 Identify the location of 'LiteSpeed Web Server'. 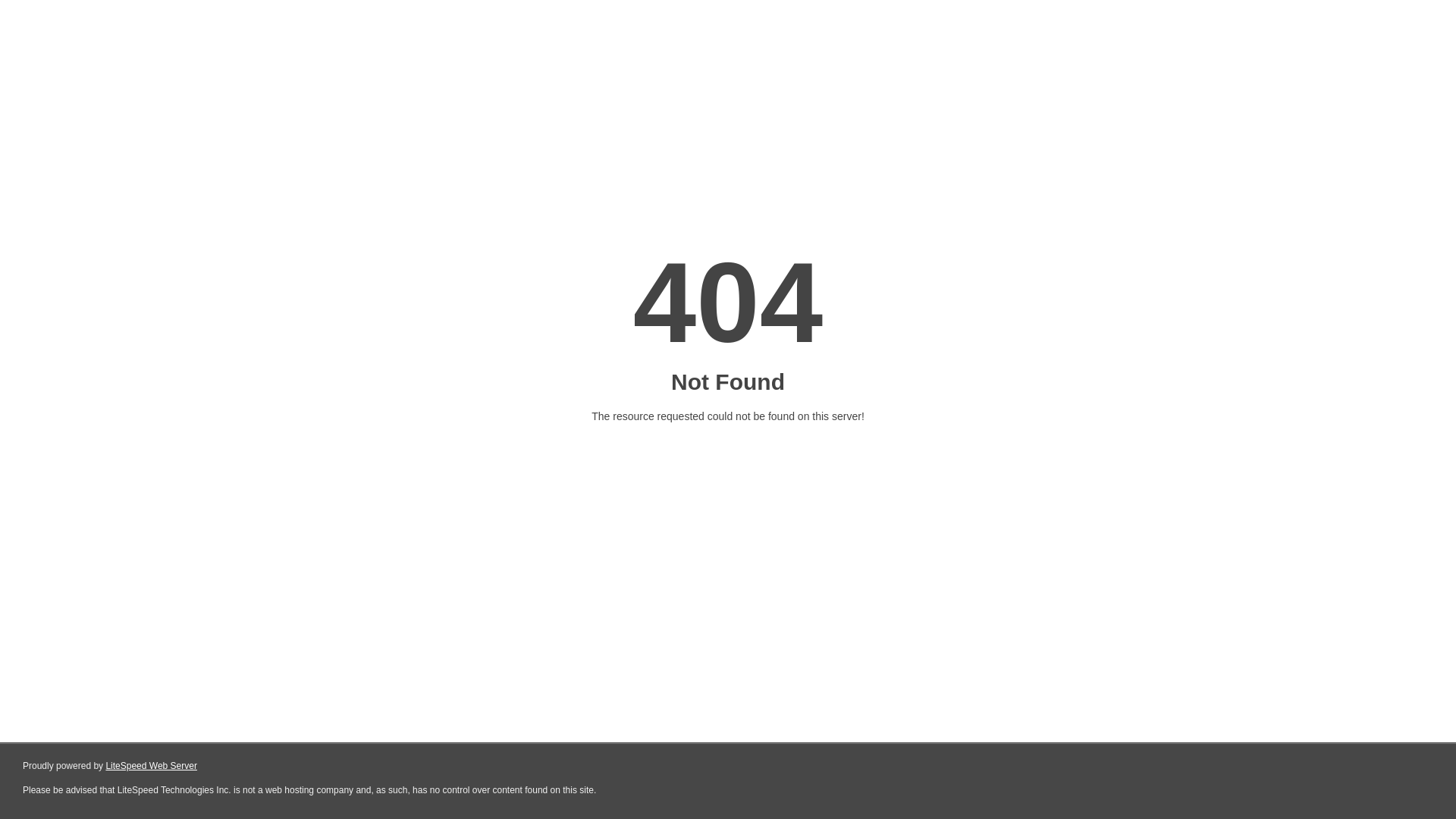
(151, 766).